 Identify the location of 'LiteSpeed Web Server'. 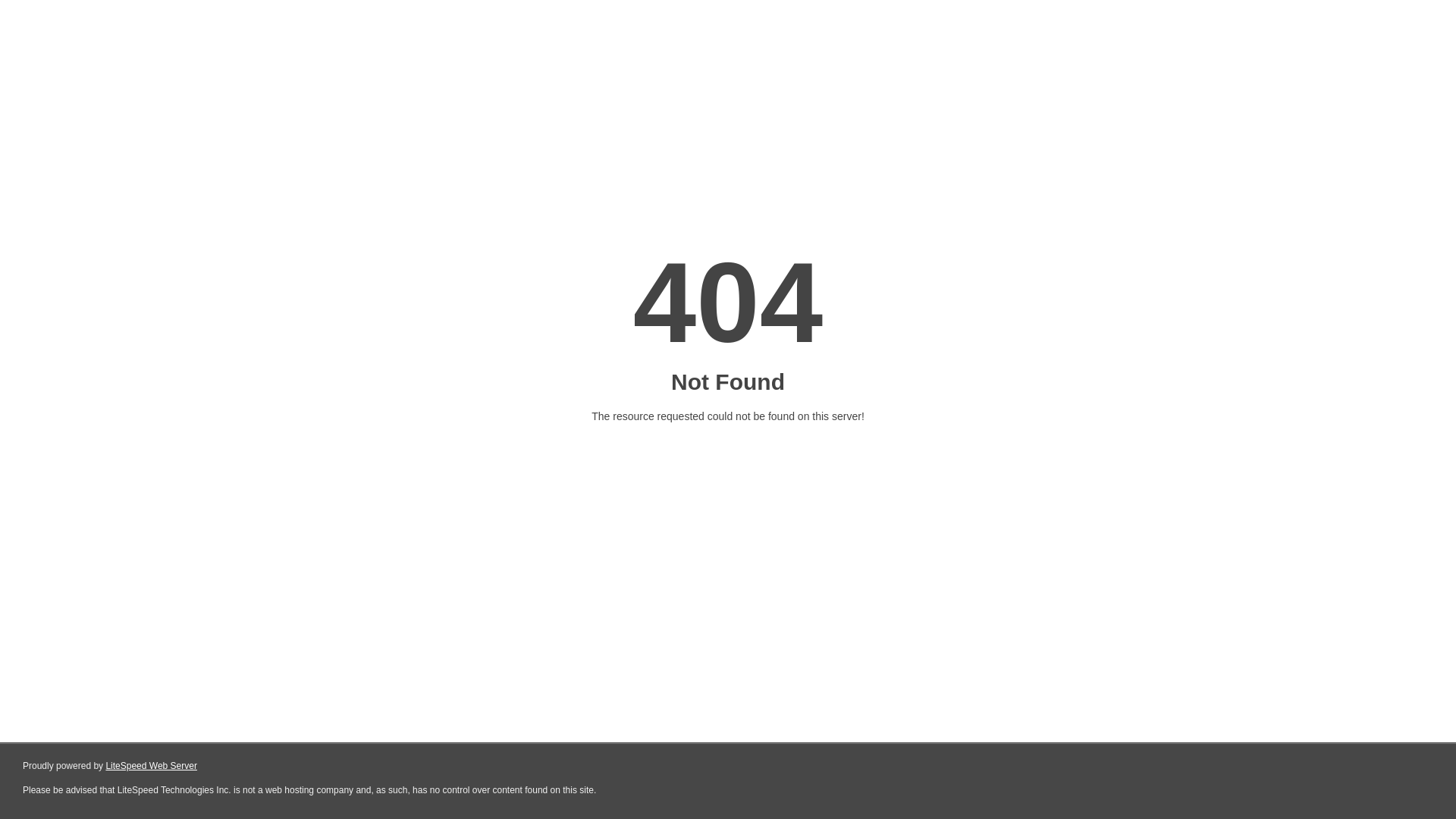
(151, 766).